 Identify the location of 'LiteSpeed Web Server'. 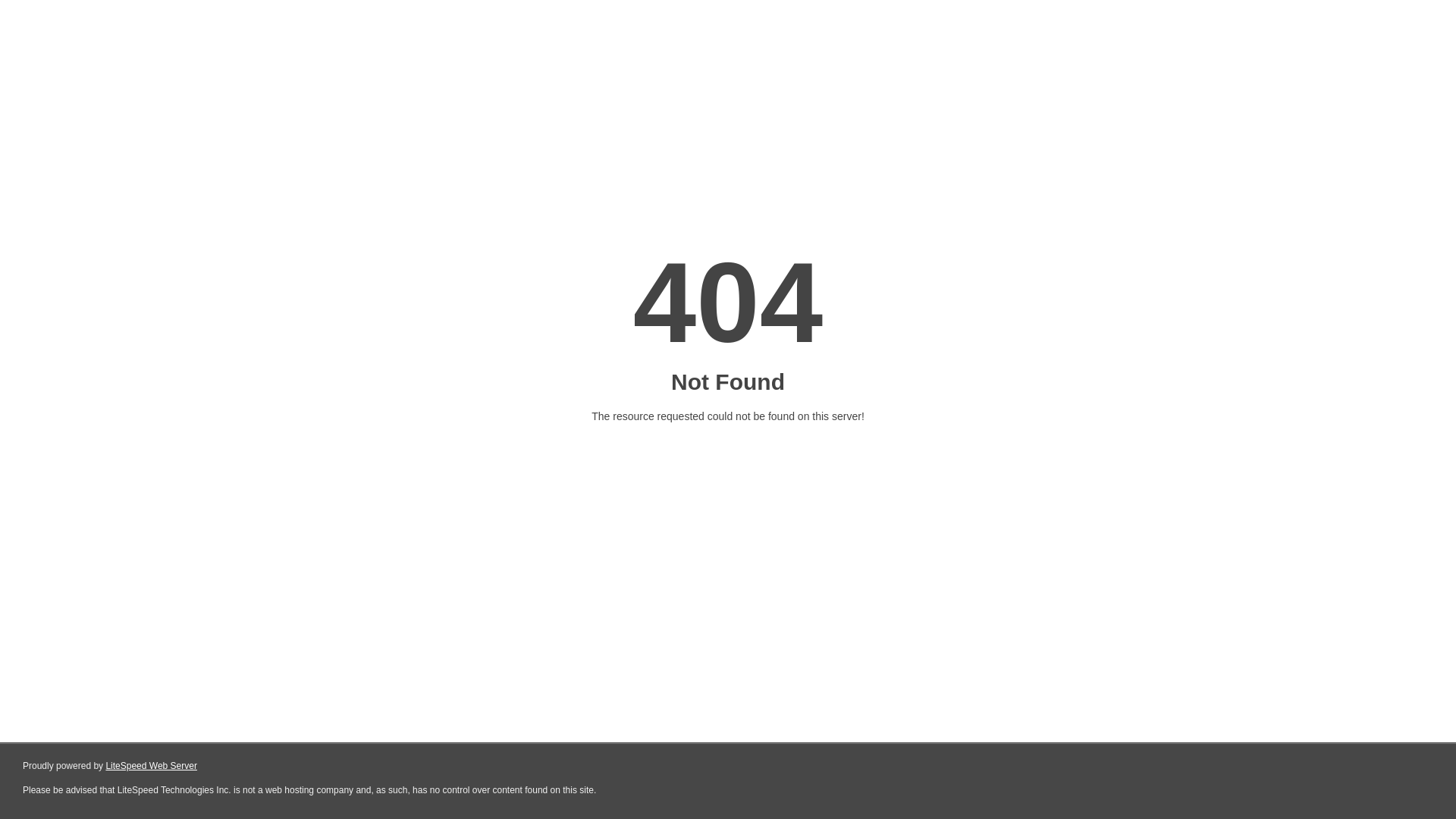
(151, 766).